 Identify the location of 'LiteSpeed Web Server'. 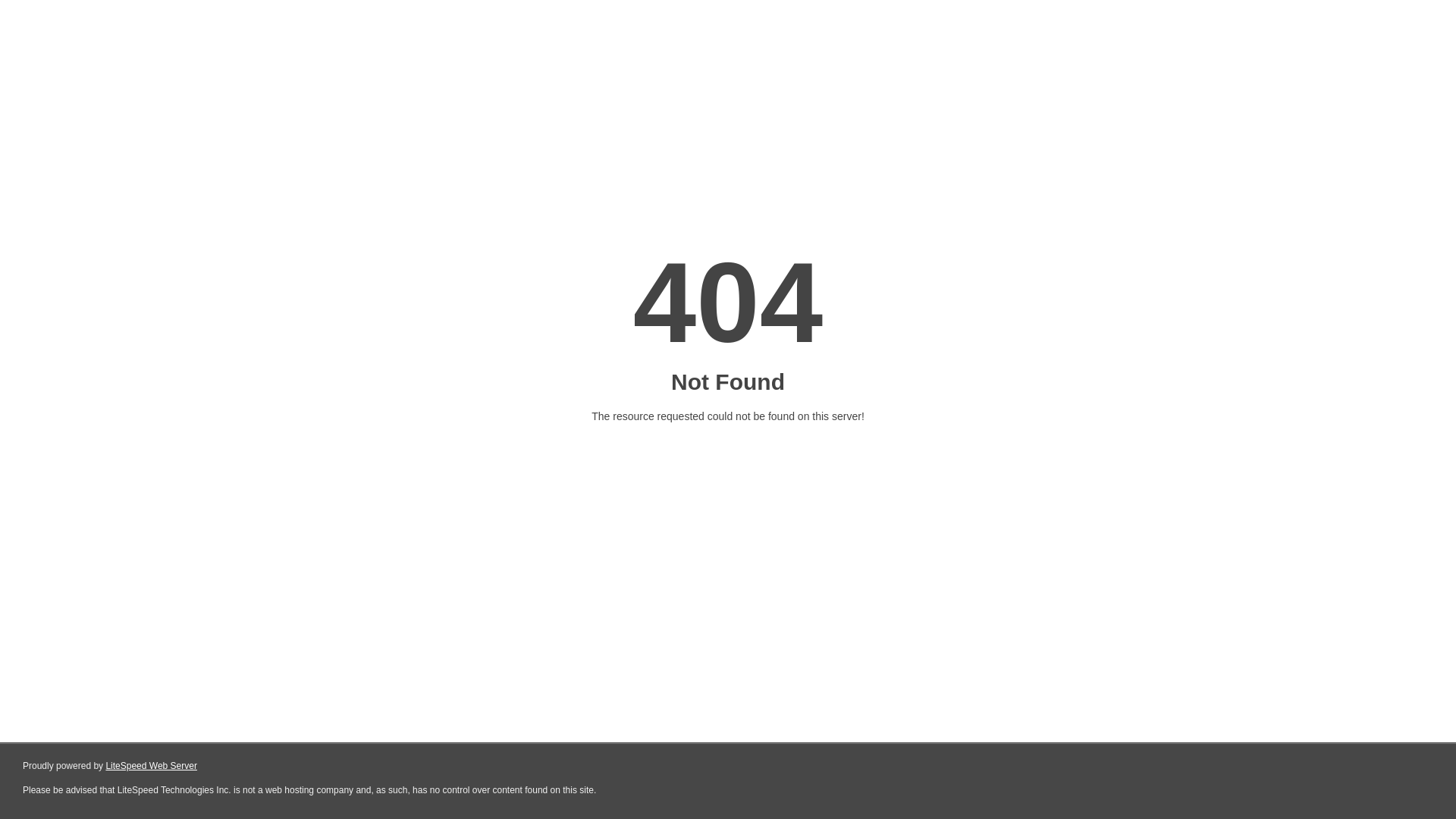
(151, 766).